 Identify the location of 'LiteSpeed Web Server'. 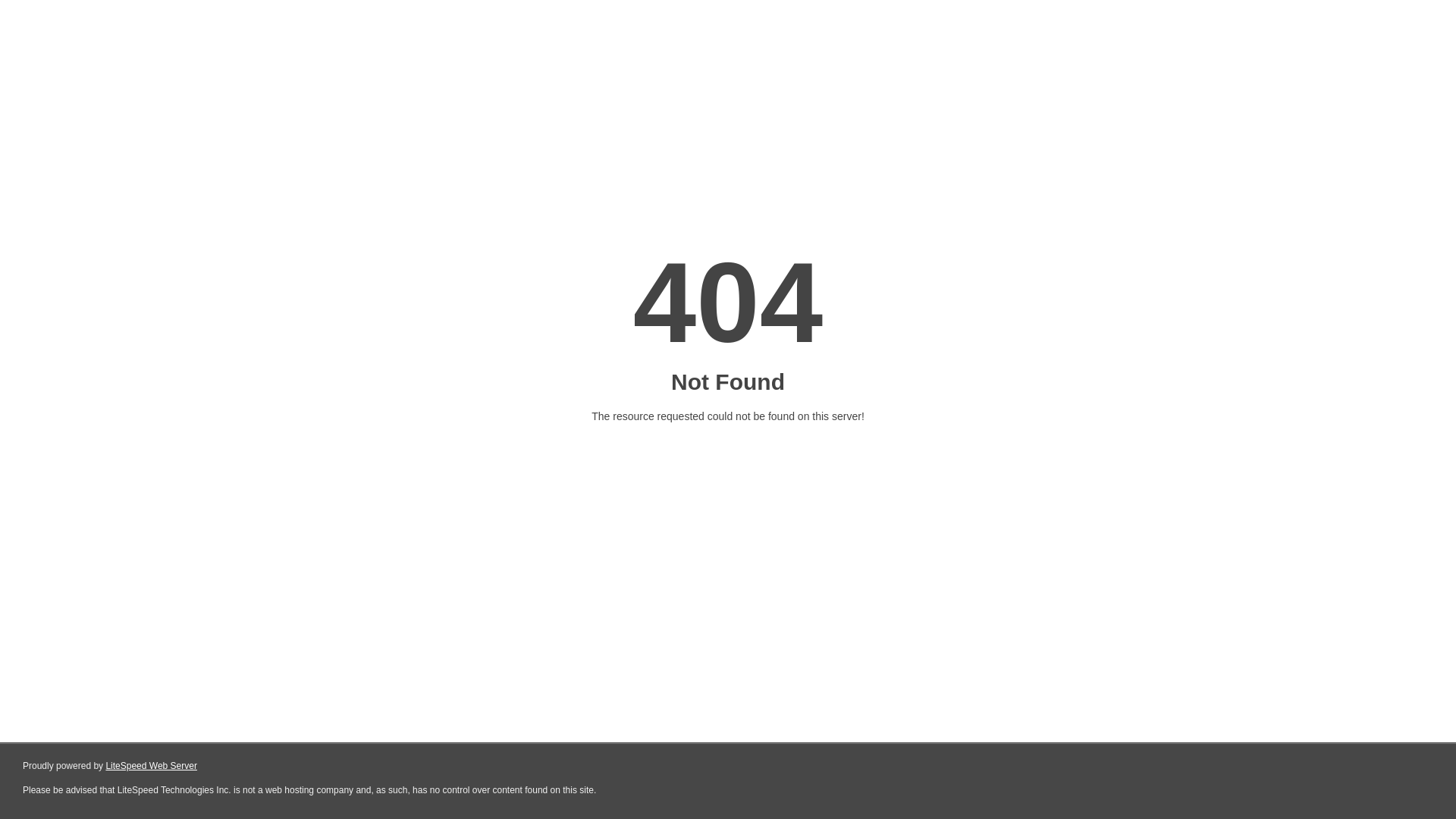
(151, 766).